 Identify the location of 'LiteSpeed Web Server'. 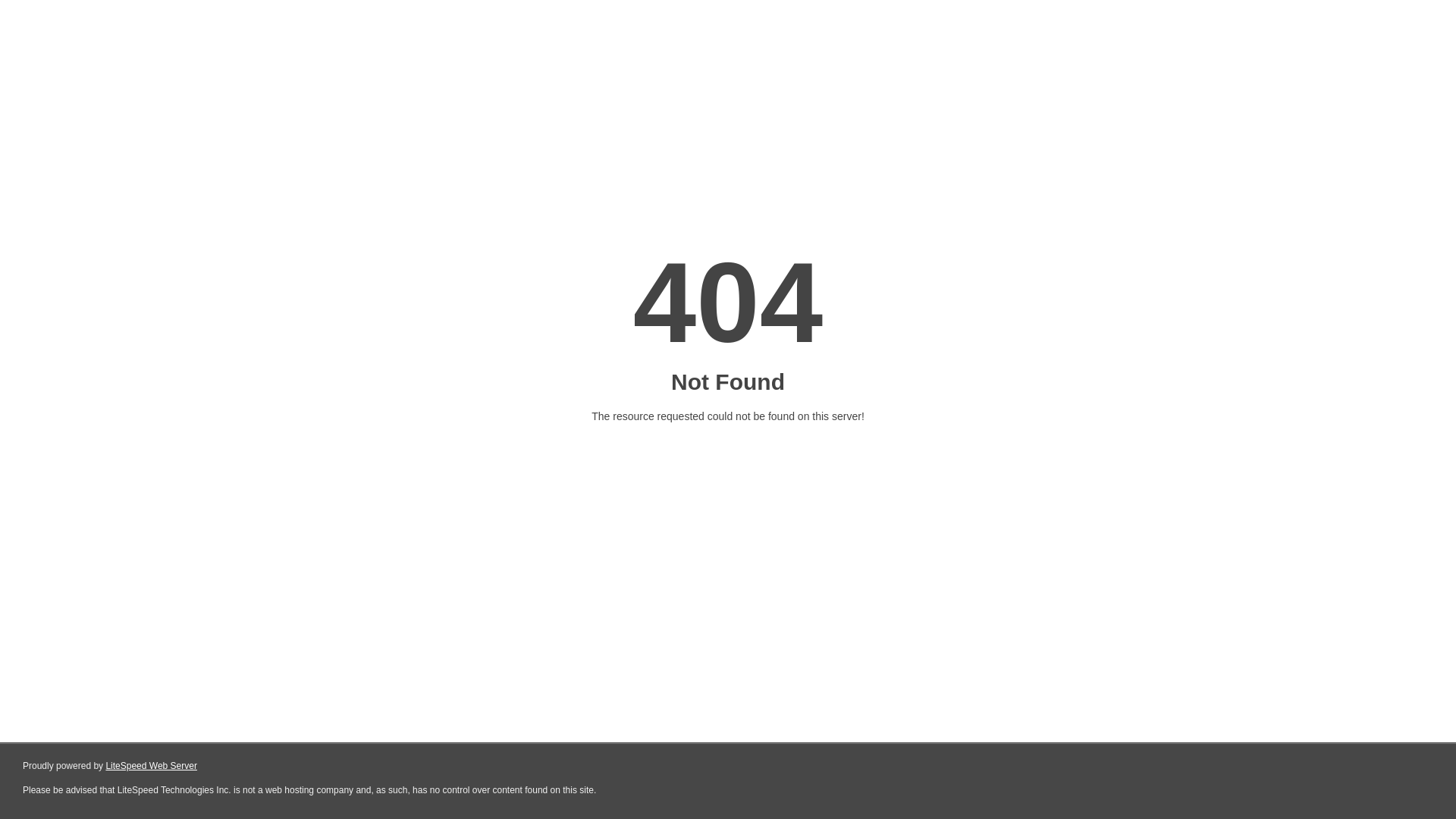
(151, 766).